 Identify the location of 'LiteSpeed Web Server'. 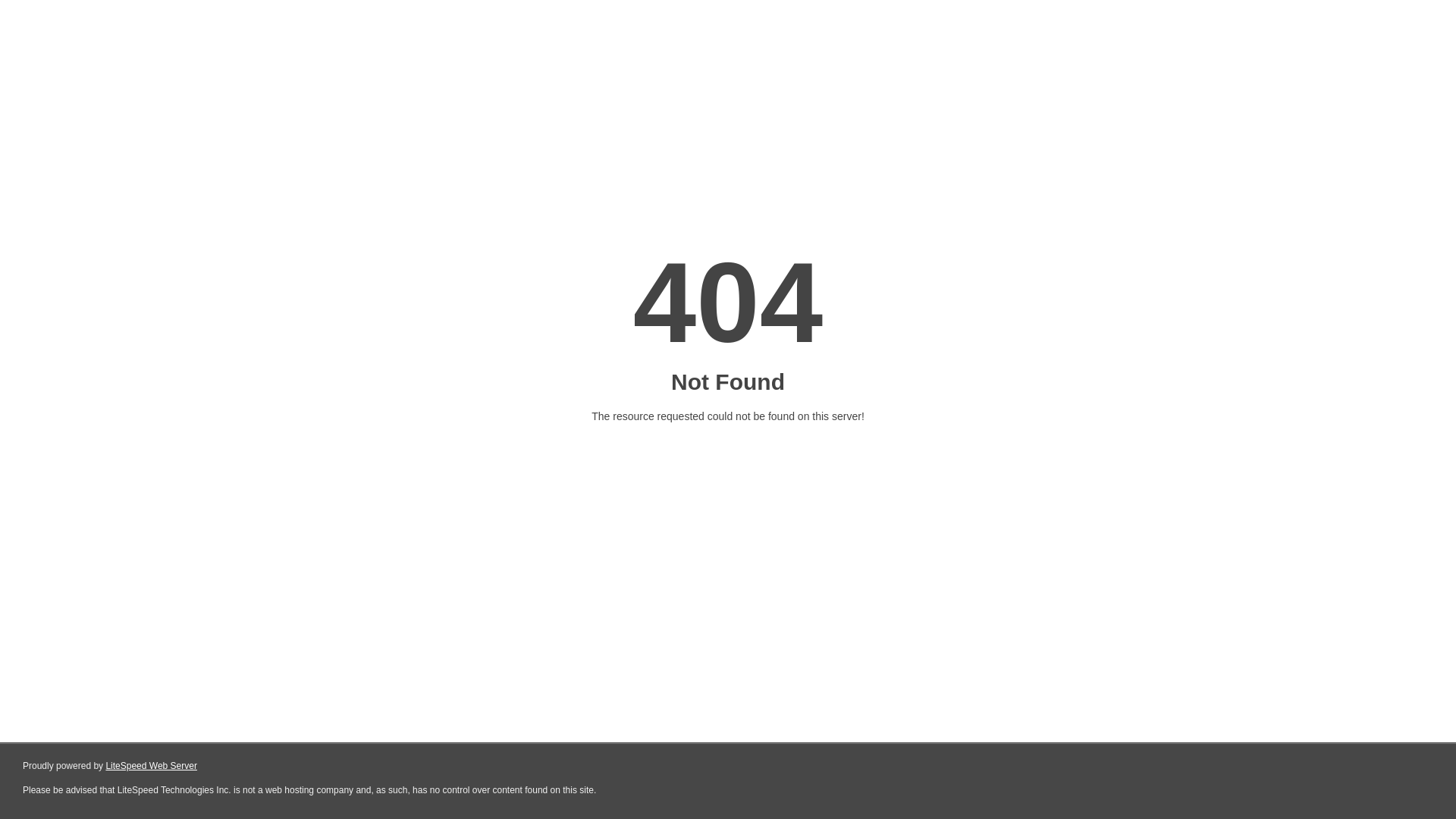
(151, 766).